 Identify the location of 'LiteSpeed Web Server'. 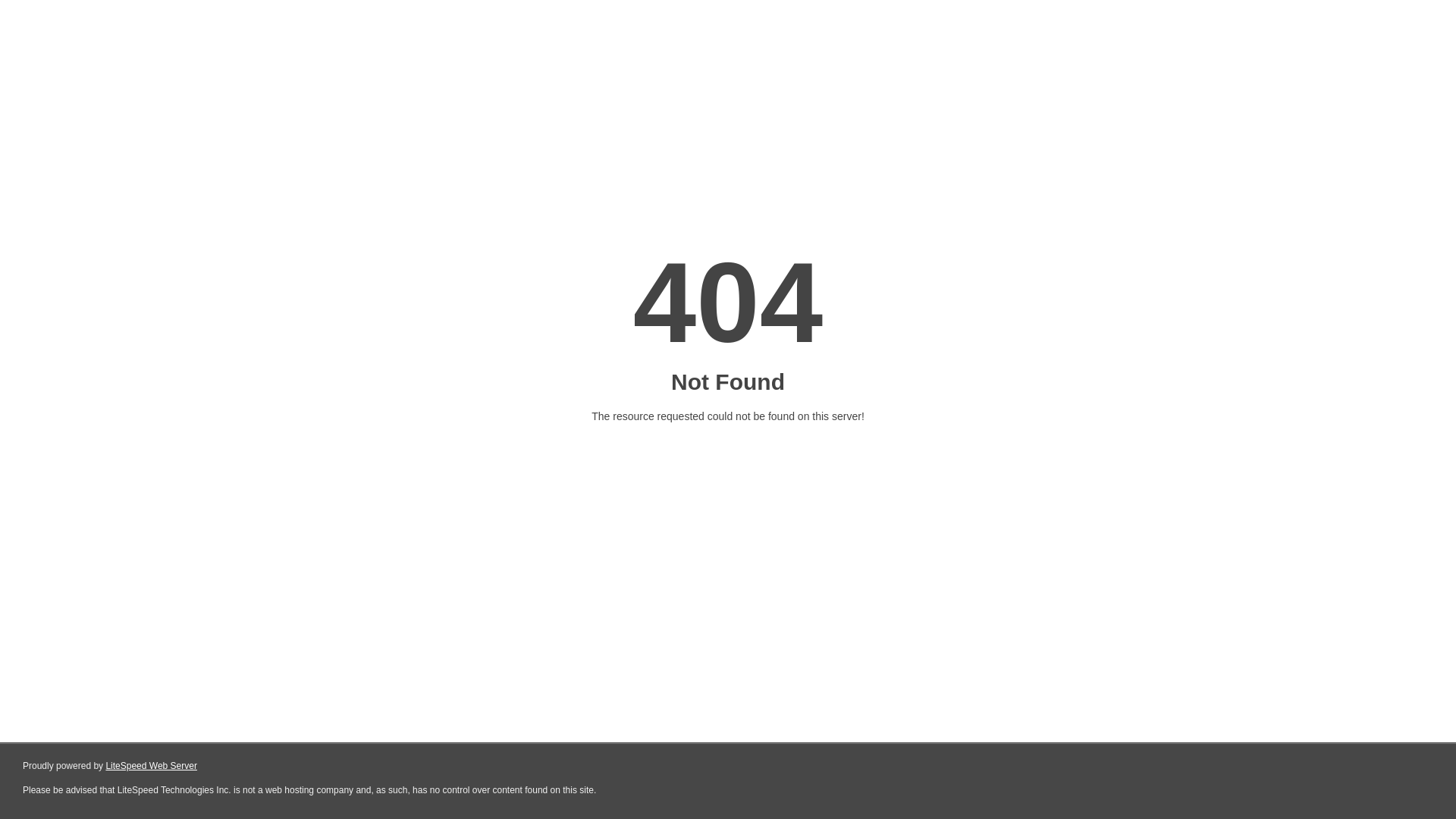
(151, 766).